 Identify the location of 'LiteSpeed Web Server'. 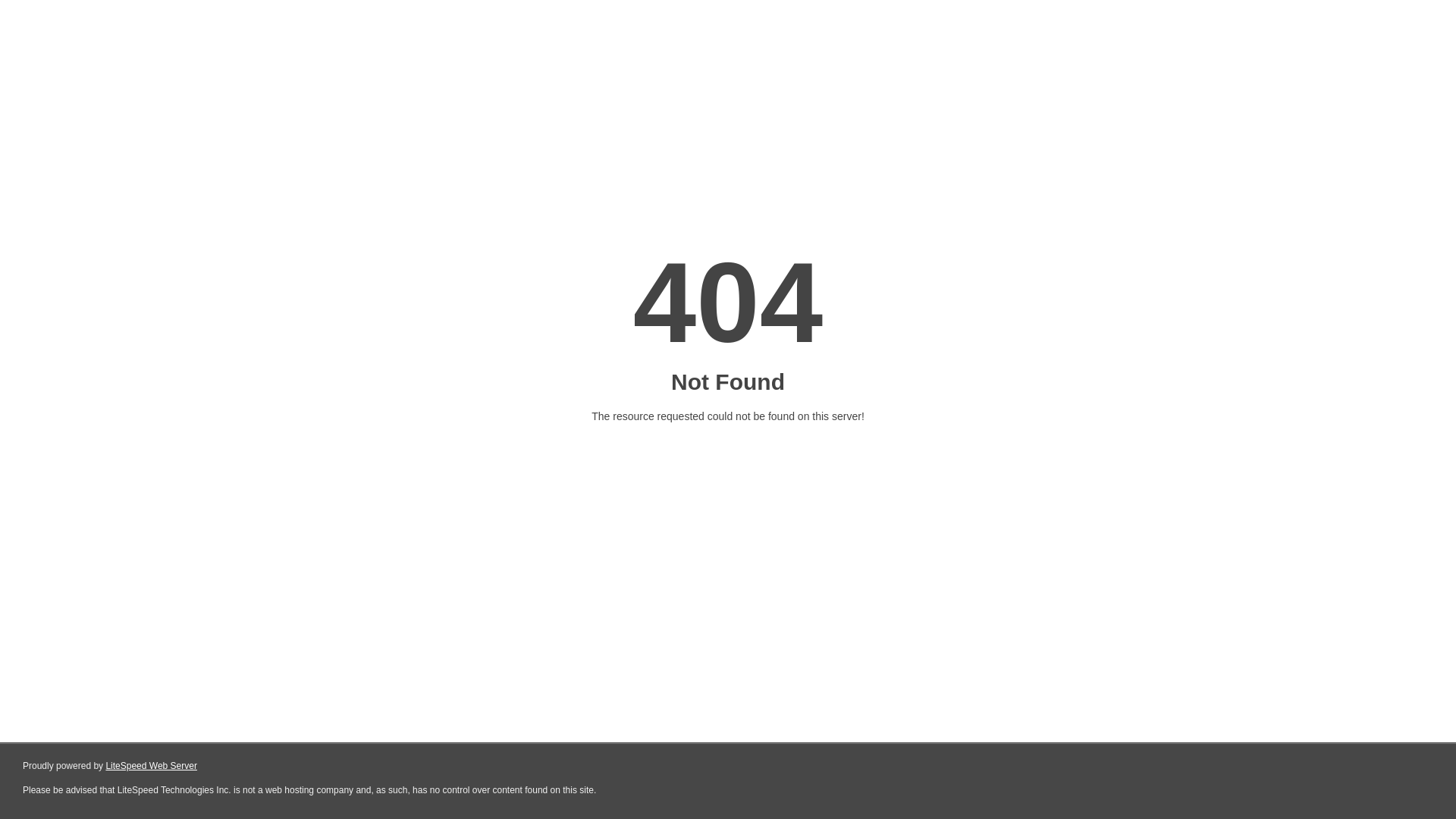
(151, 766).